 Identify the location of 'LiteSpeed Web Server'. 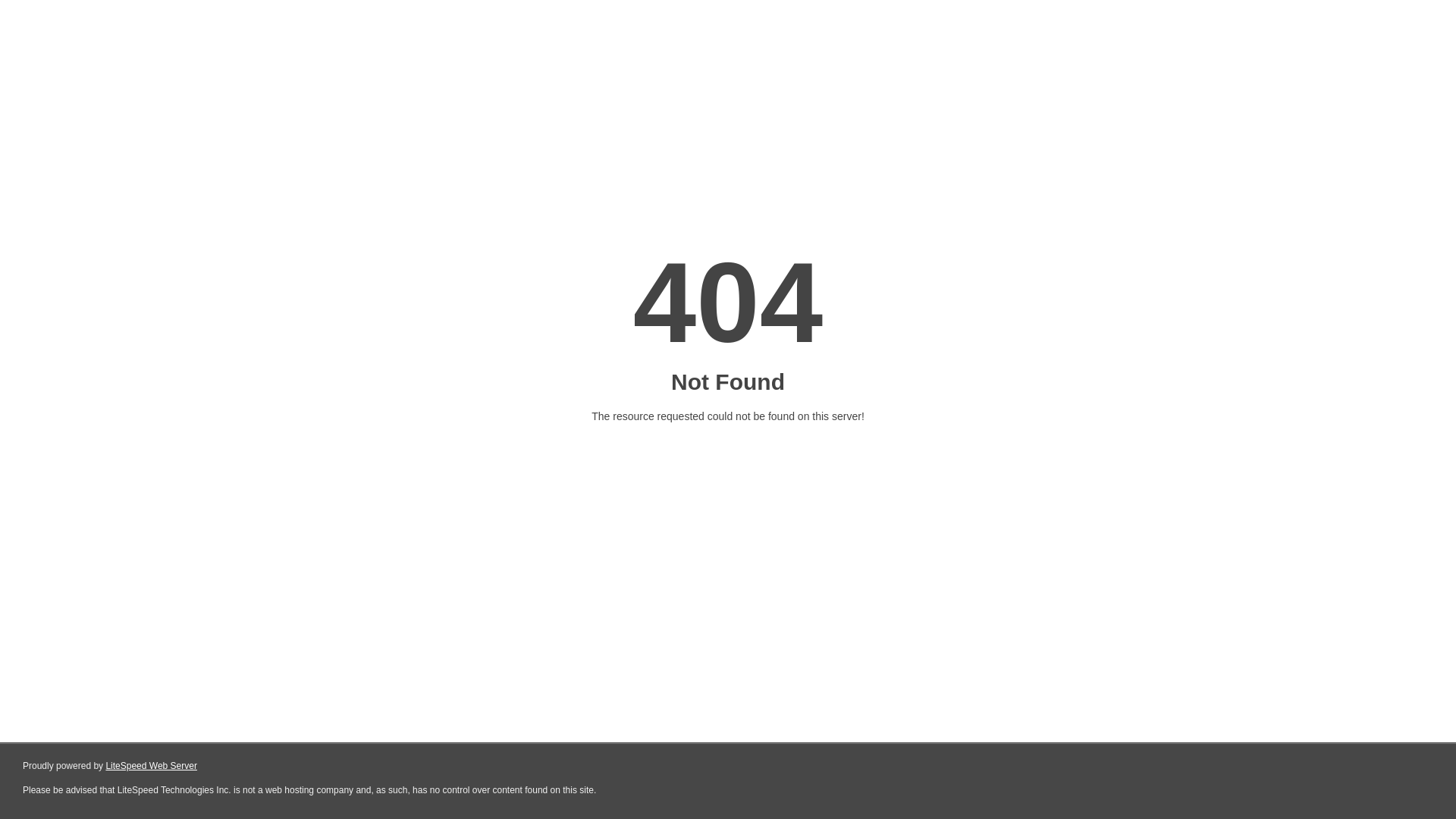
(151, 766).